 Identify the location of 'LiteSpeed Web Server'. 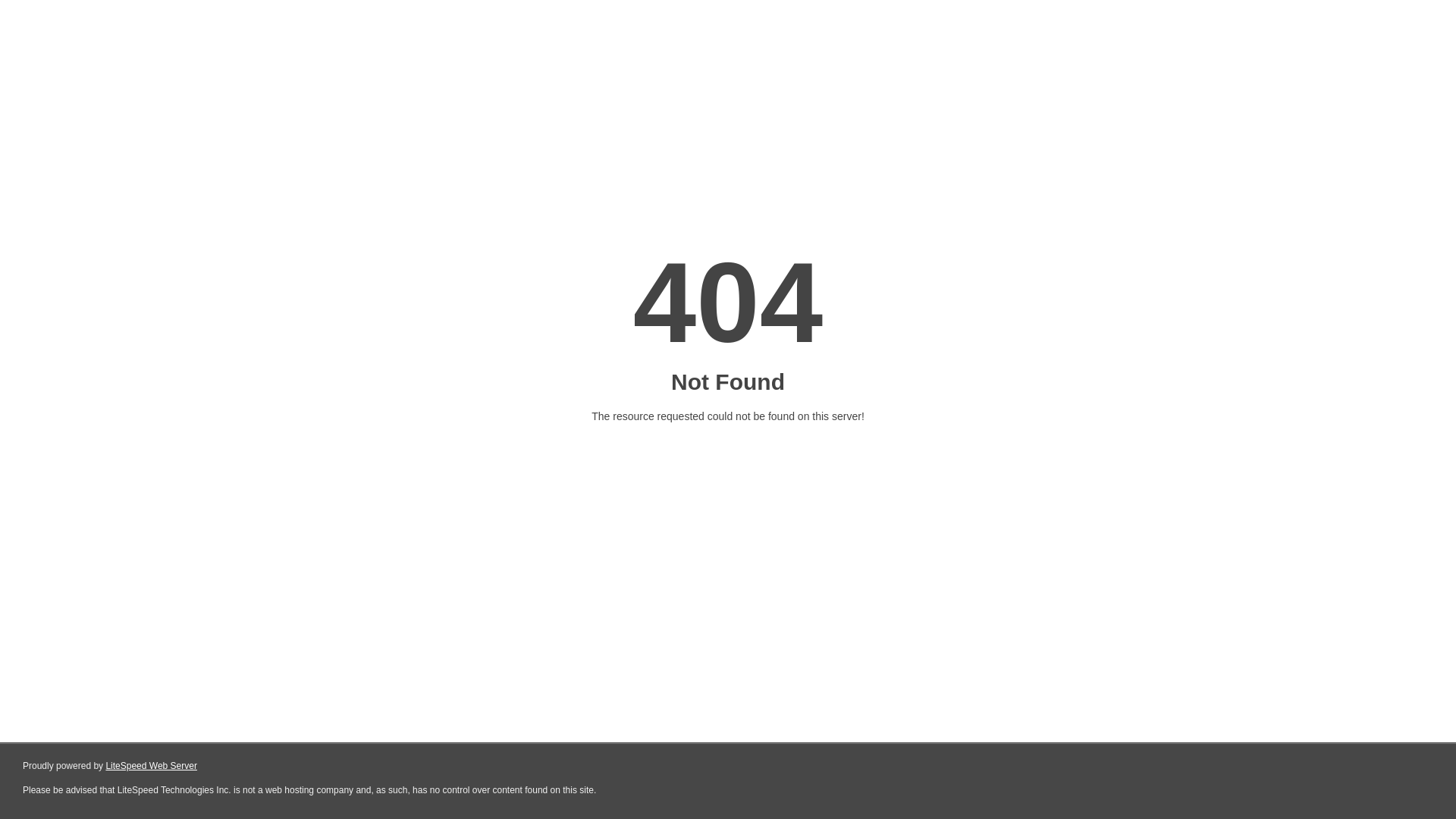
(151, 766).